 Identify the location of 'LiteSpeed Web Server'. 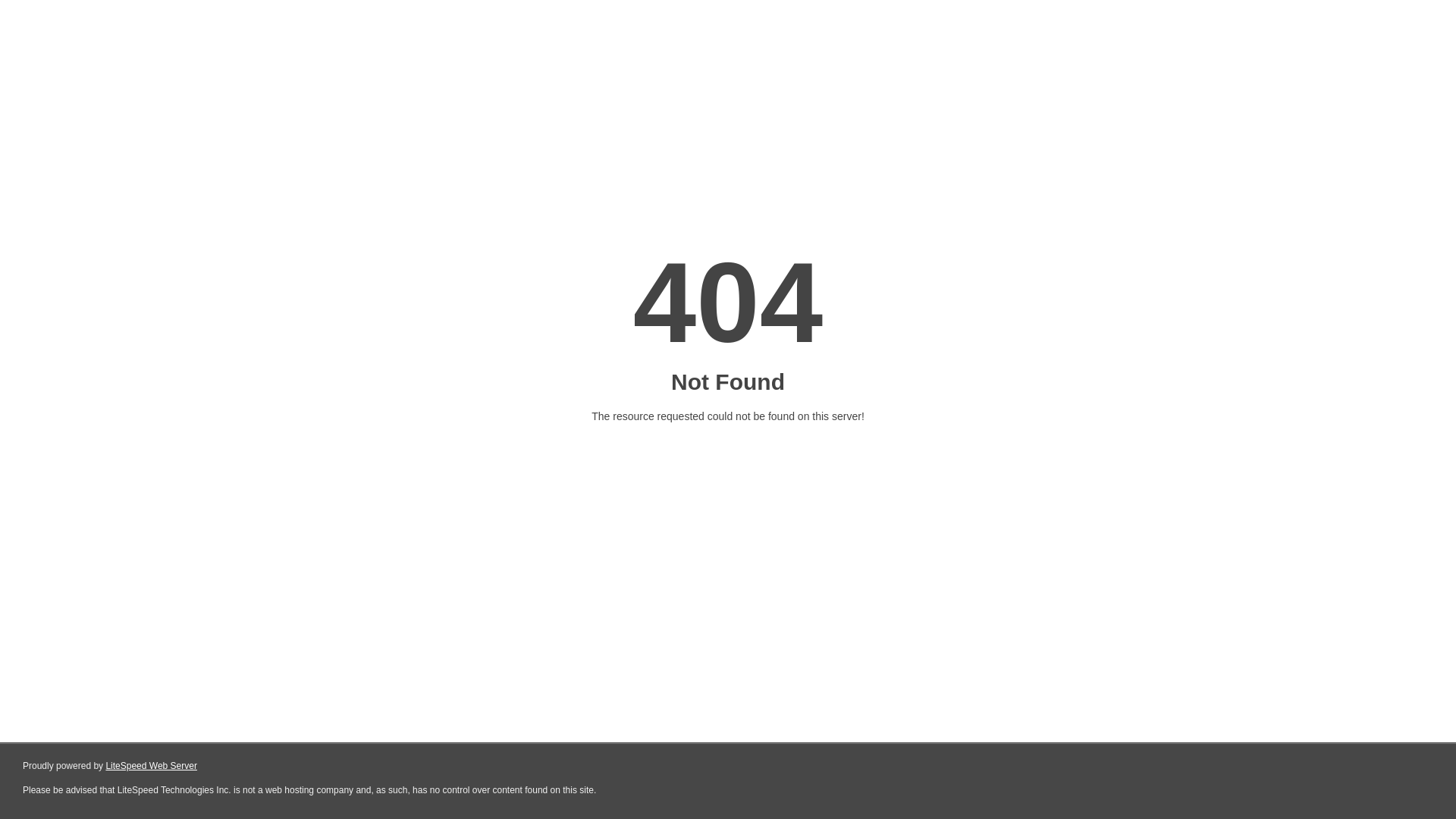
(151, 766).